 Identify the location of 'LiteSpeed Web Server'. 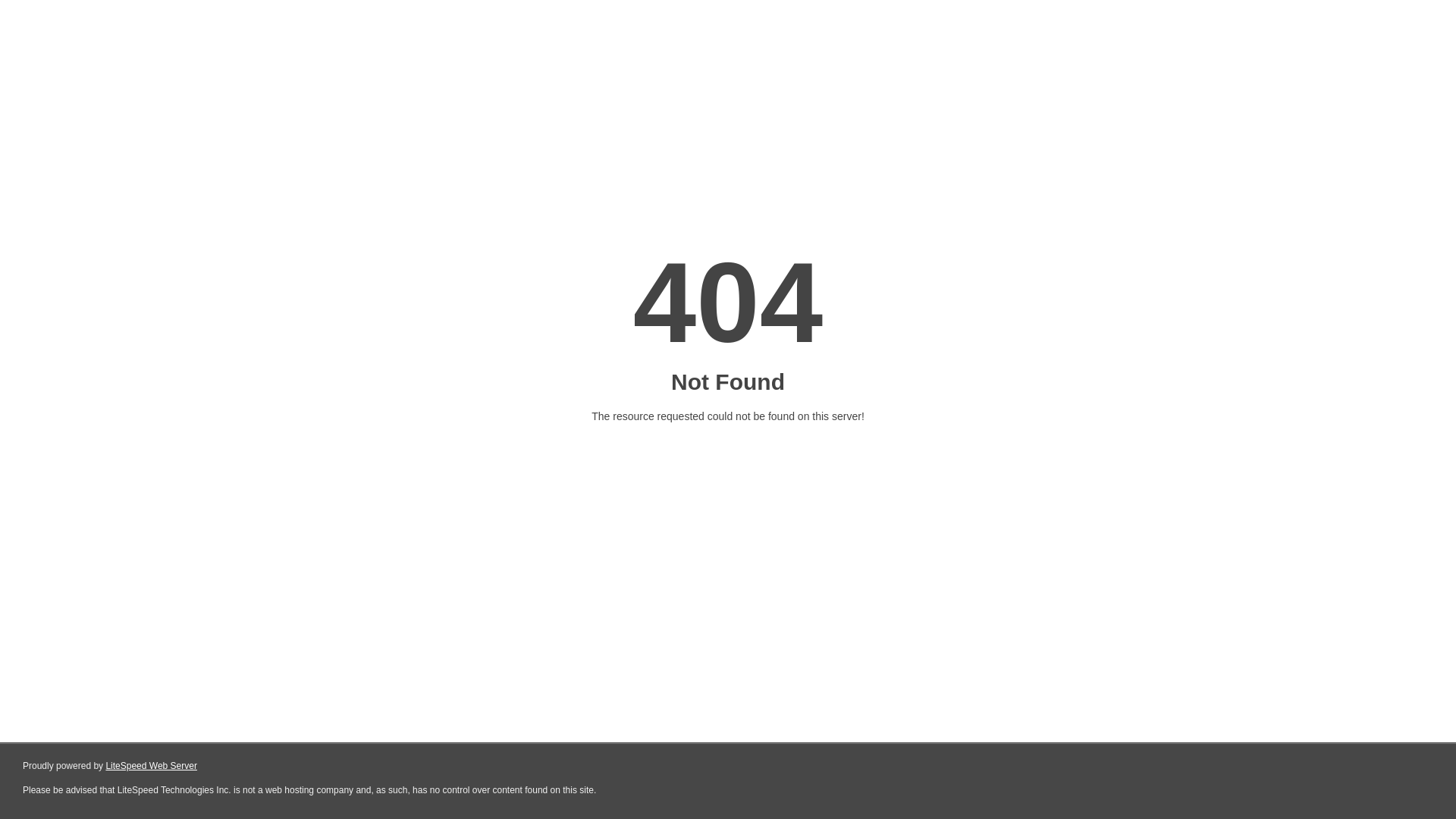
(151, 766).